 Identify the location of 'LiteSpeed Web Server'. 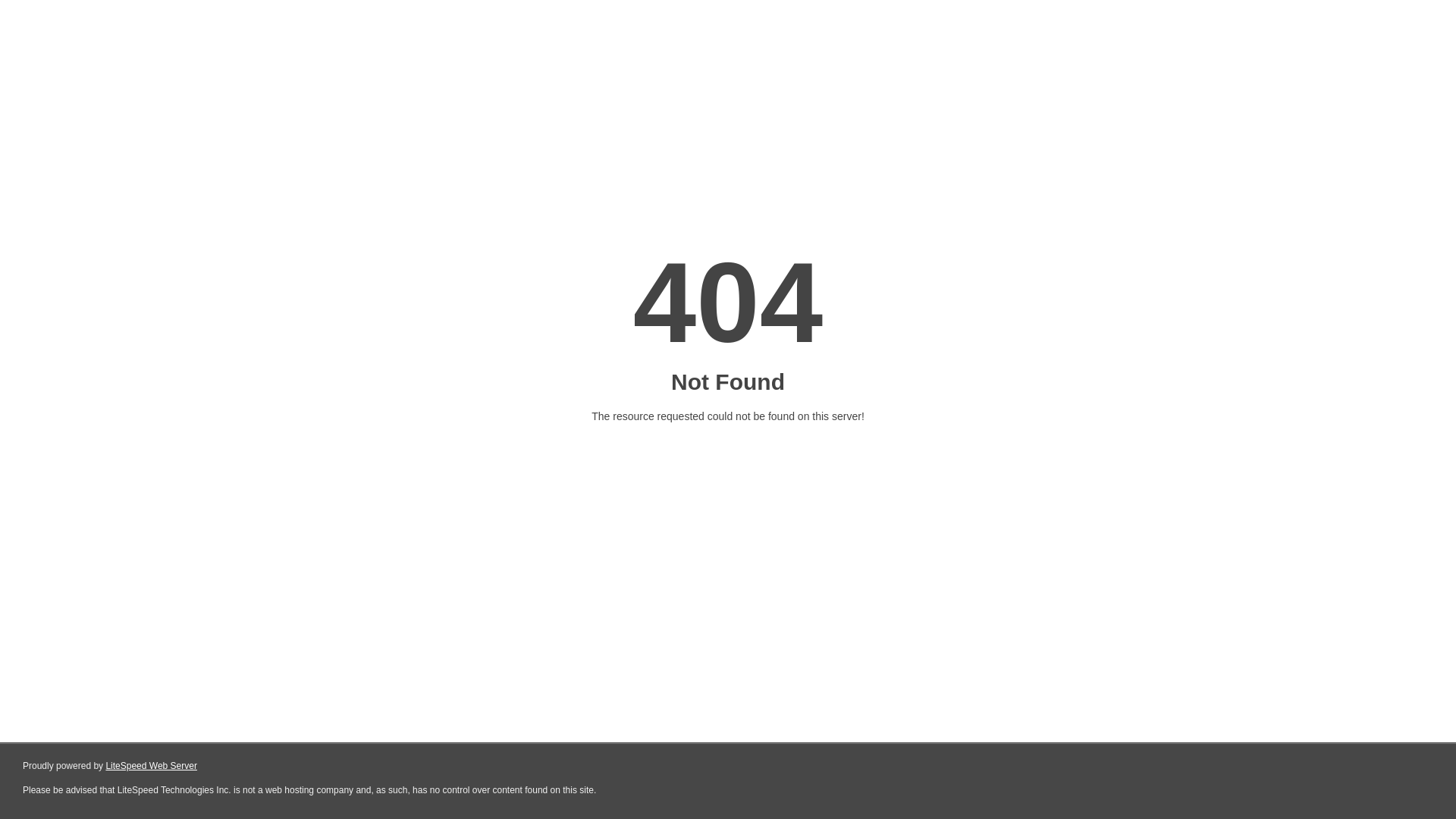
(151, 766).